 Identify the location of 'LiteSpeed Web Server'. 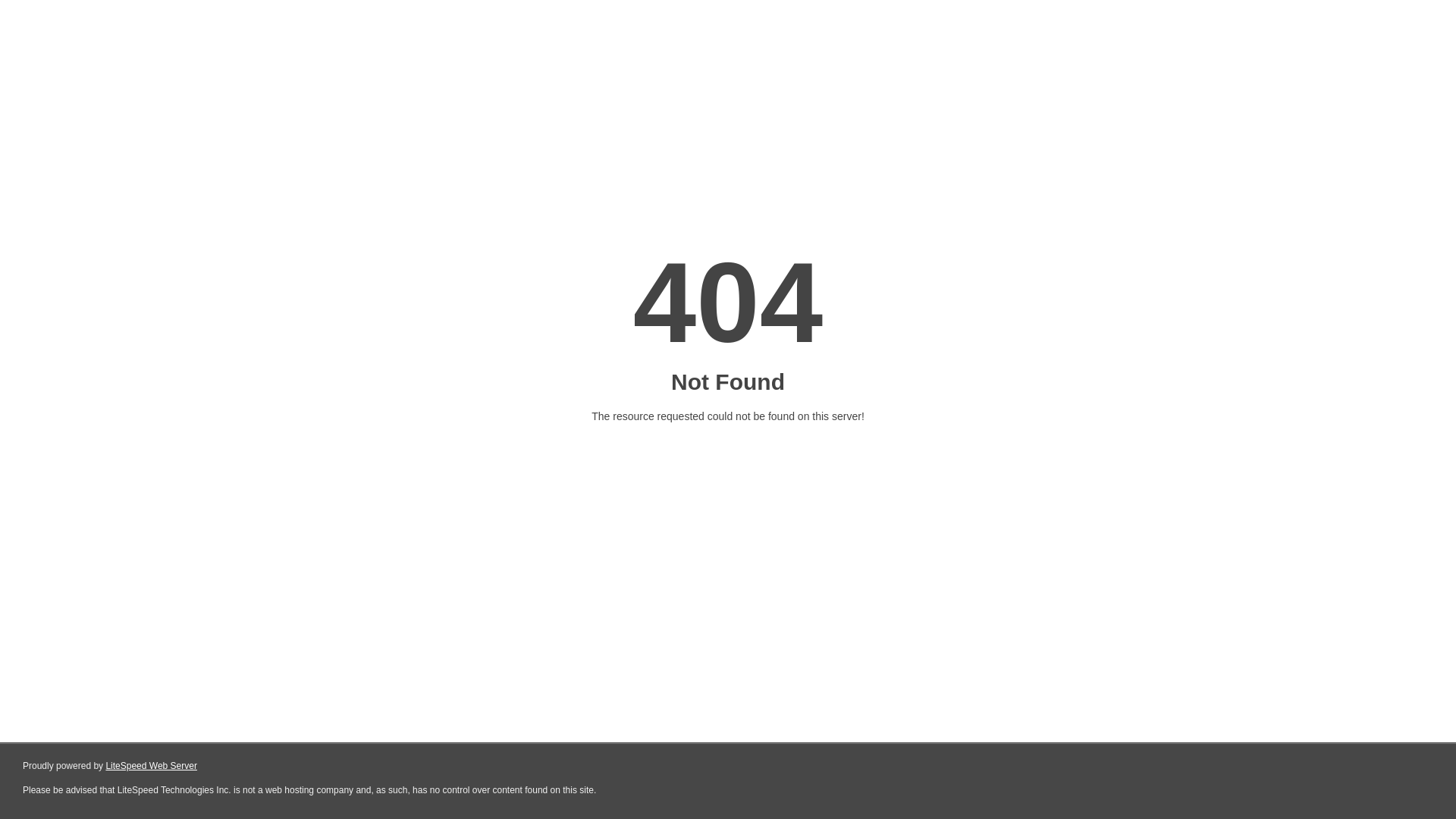
(151, 766).